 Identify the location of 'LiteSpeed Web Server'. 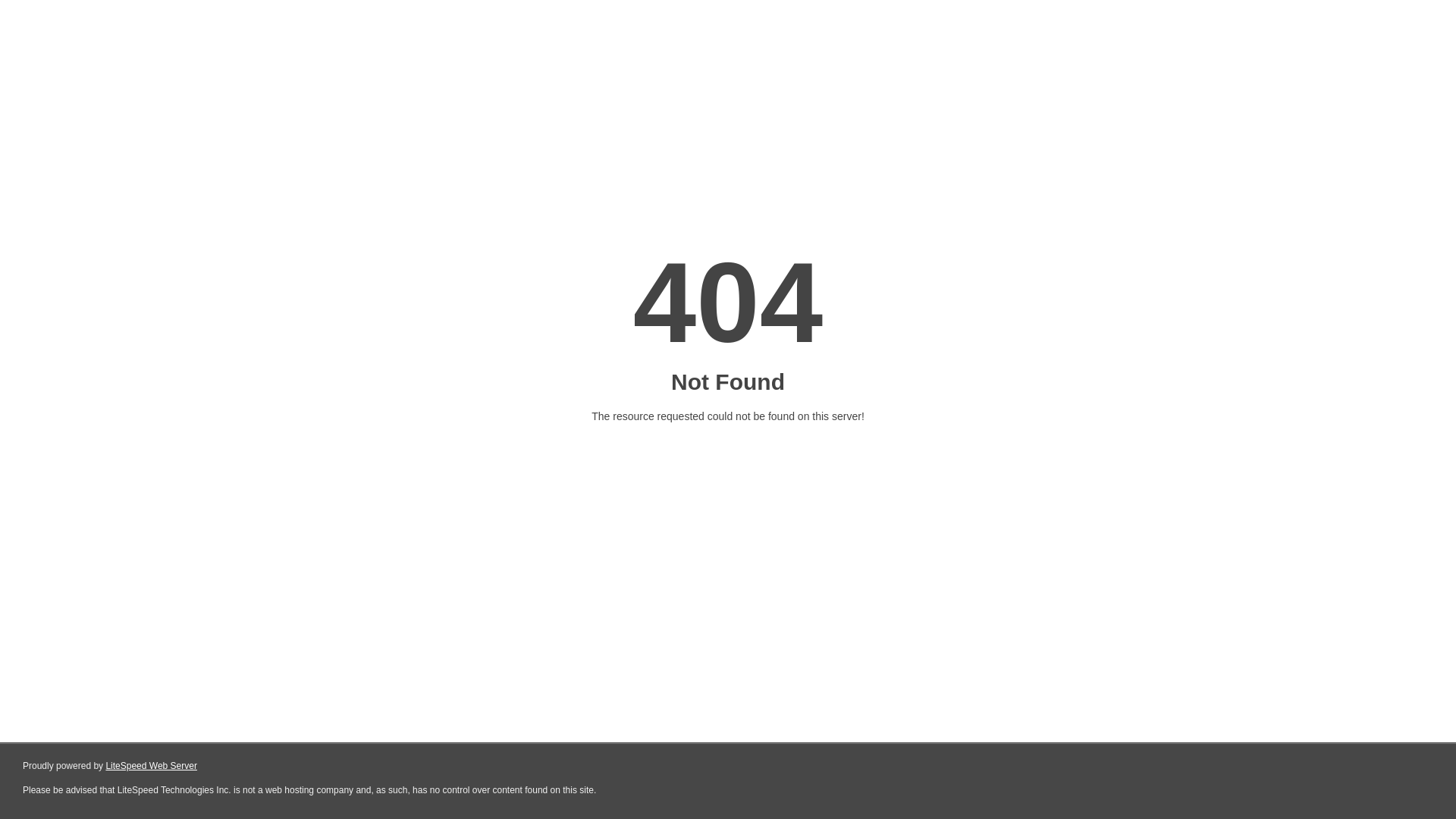
(151, 766).